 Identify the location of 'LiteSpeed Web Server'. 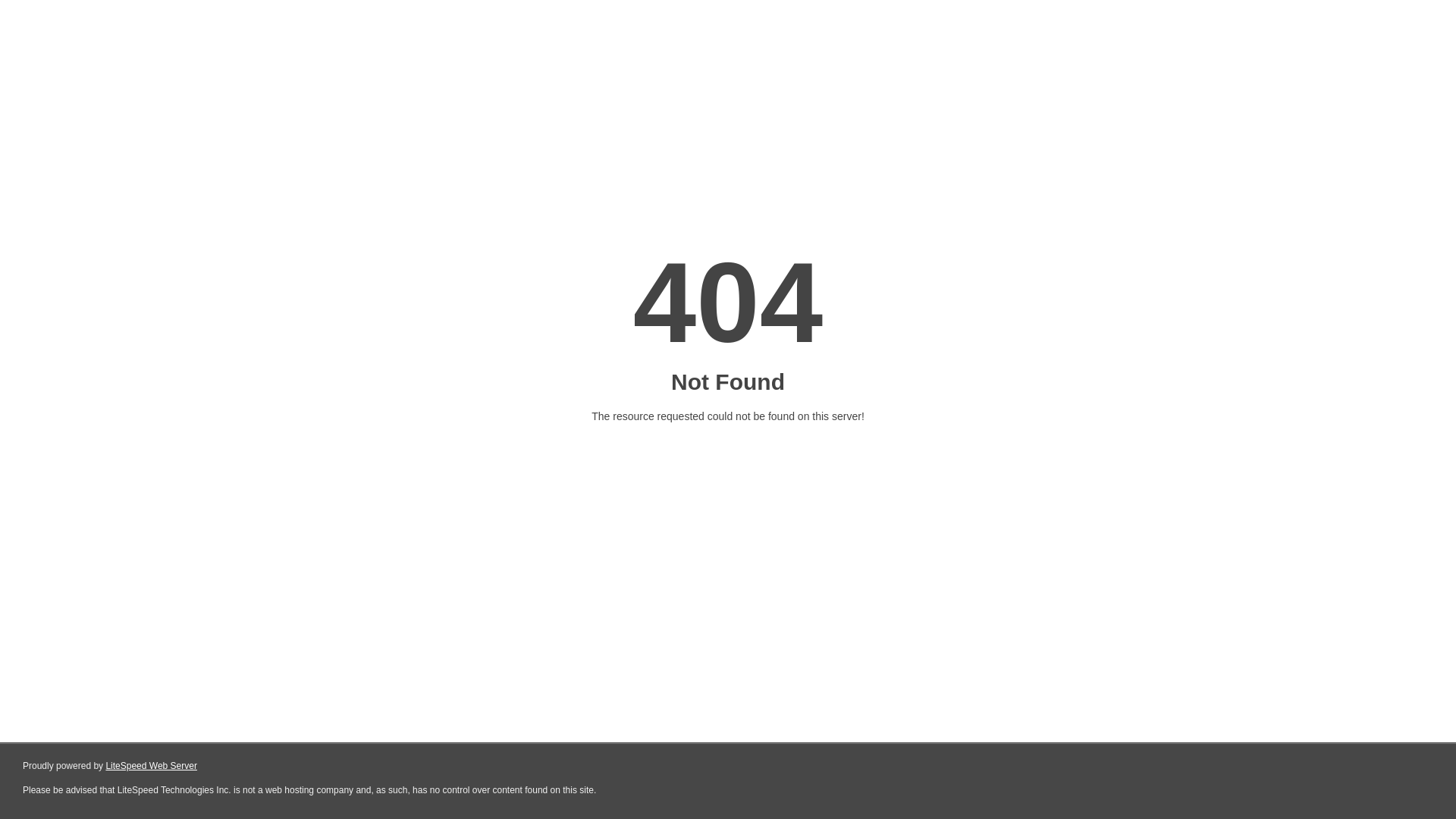
(151, 766).